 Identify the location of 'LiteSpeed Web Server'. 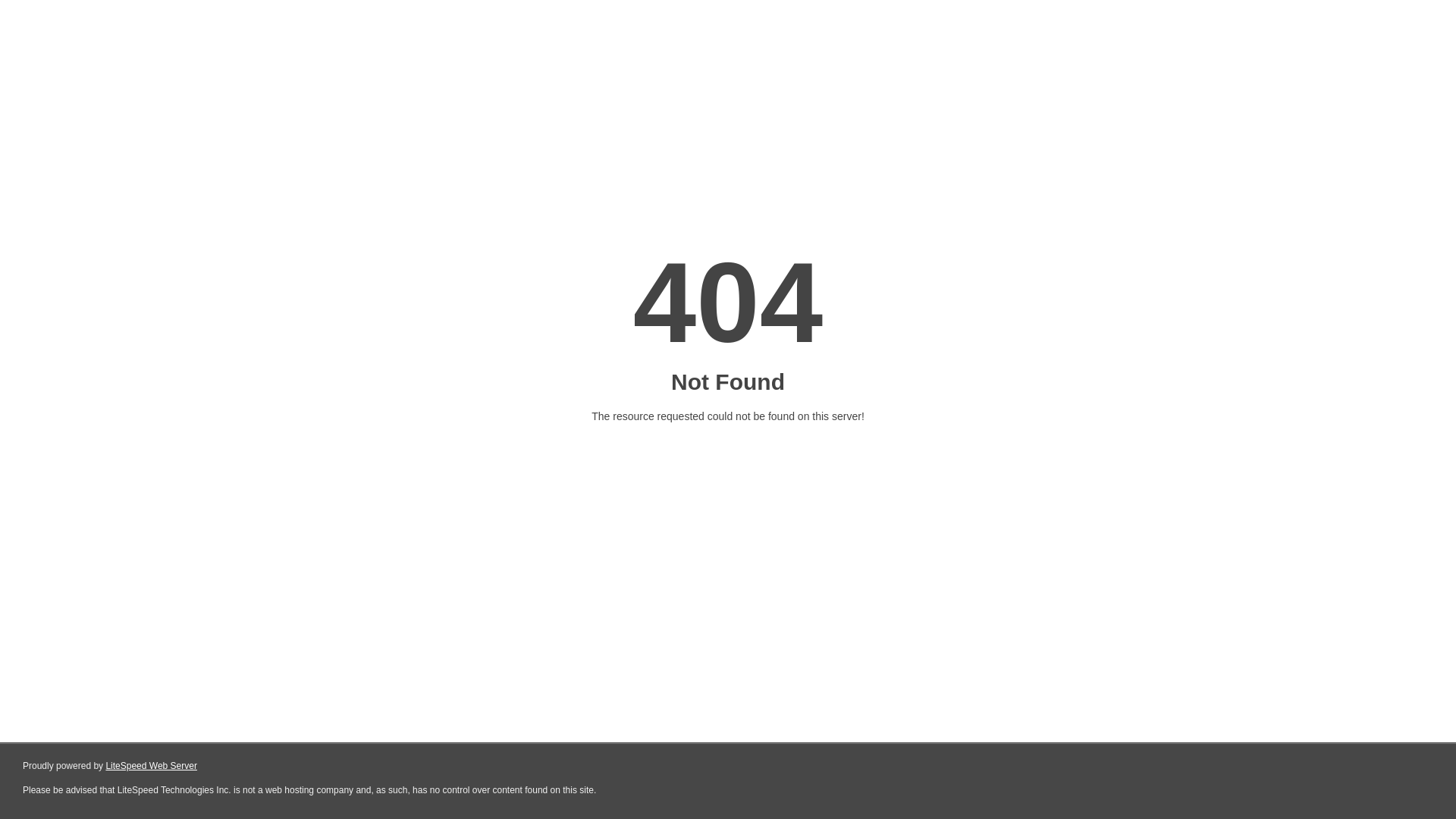
(151, 766).